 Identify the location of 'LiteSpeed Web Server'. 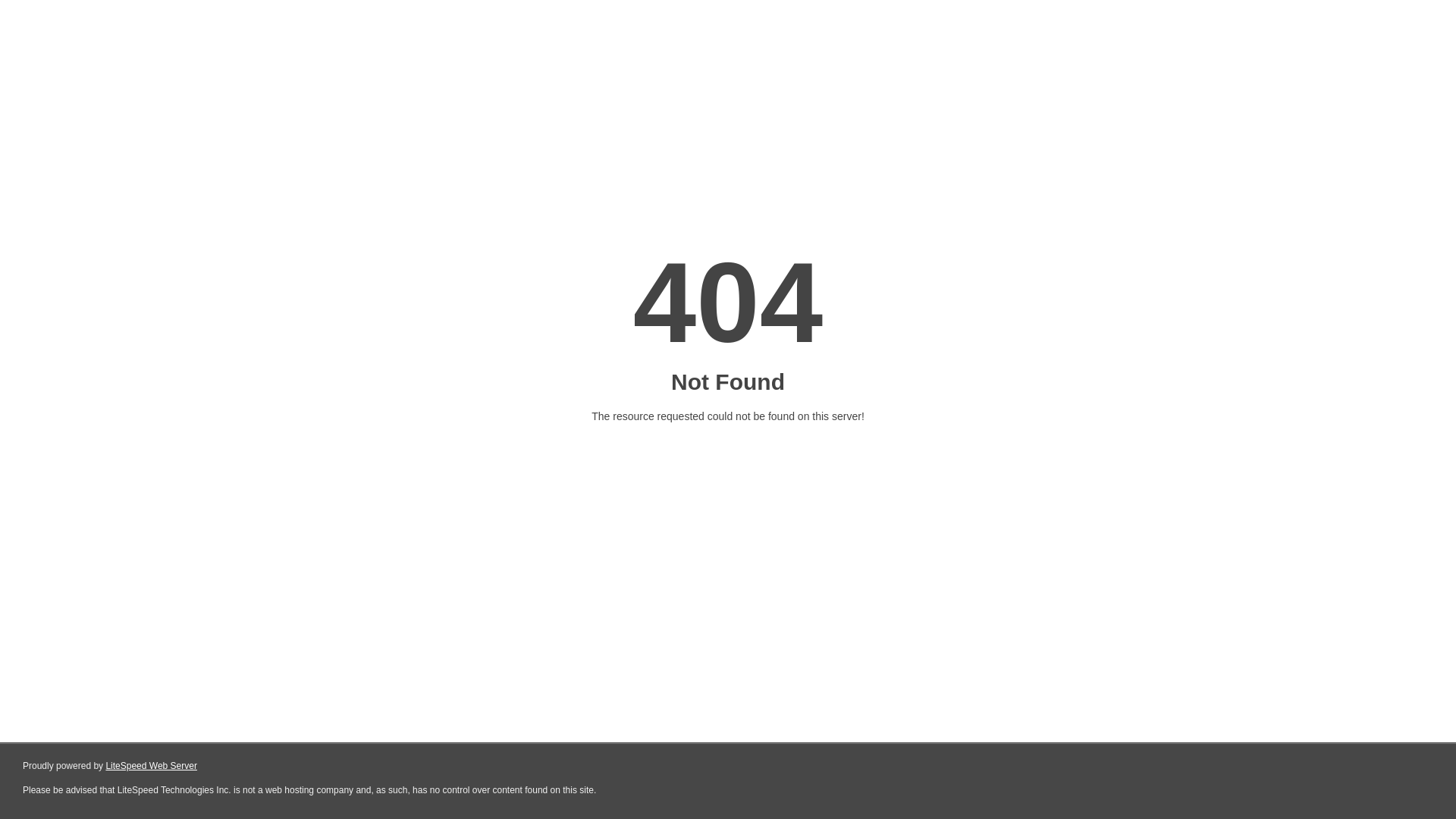
(151, 766).